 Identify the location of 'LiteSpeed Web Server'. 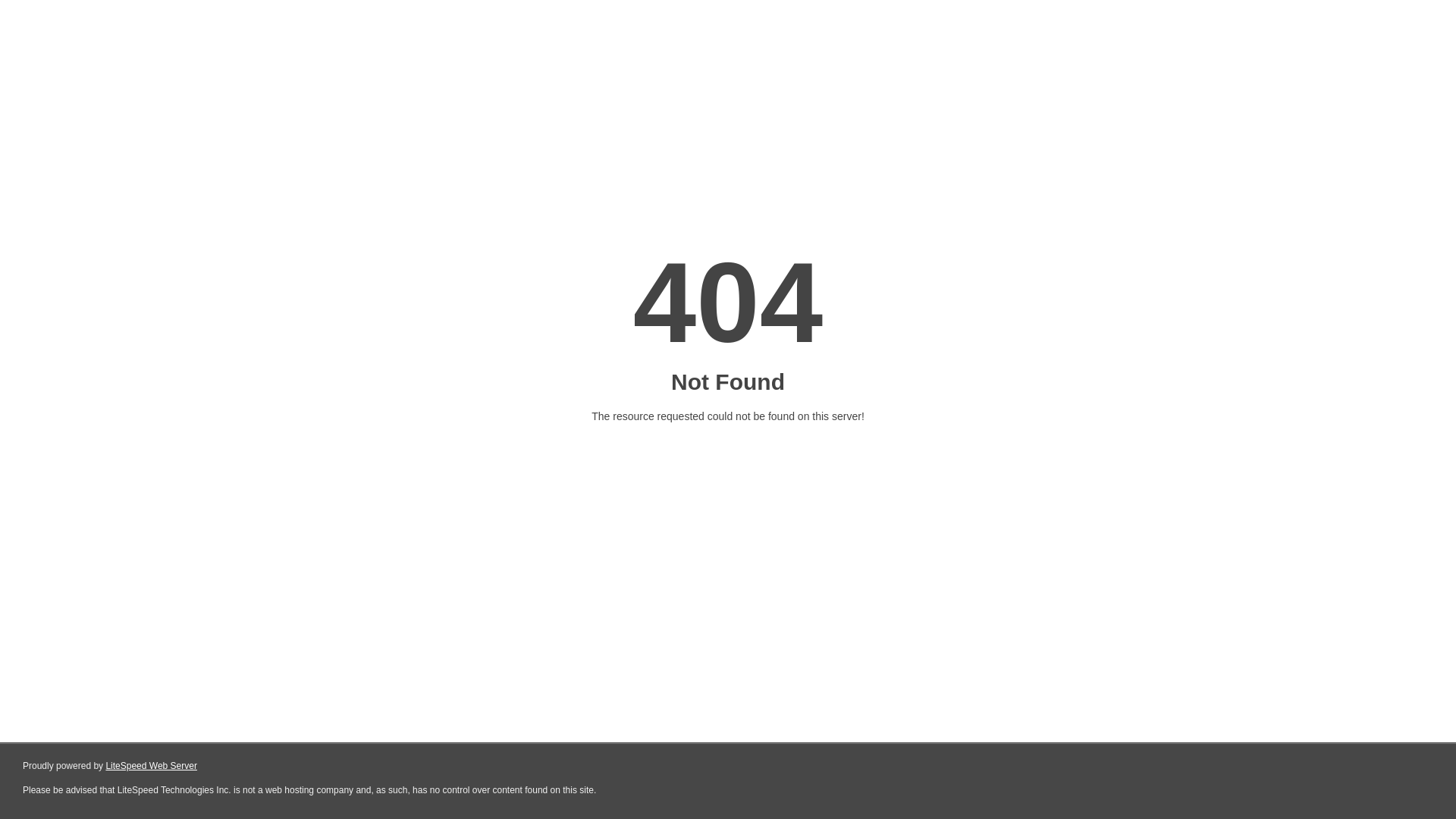
(151, 766).